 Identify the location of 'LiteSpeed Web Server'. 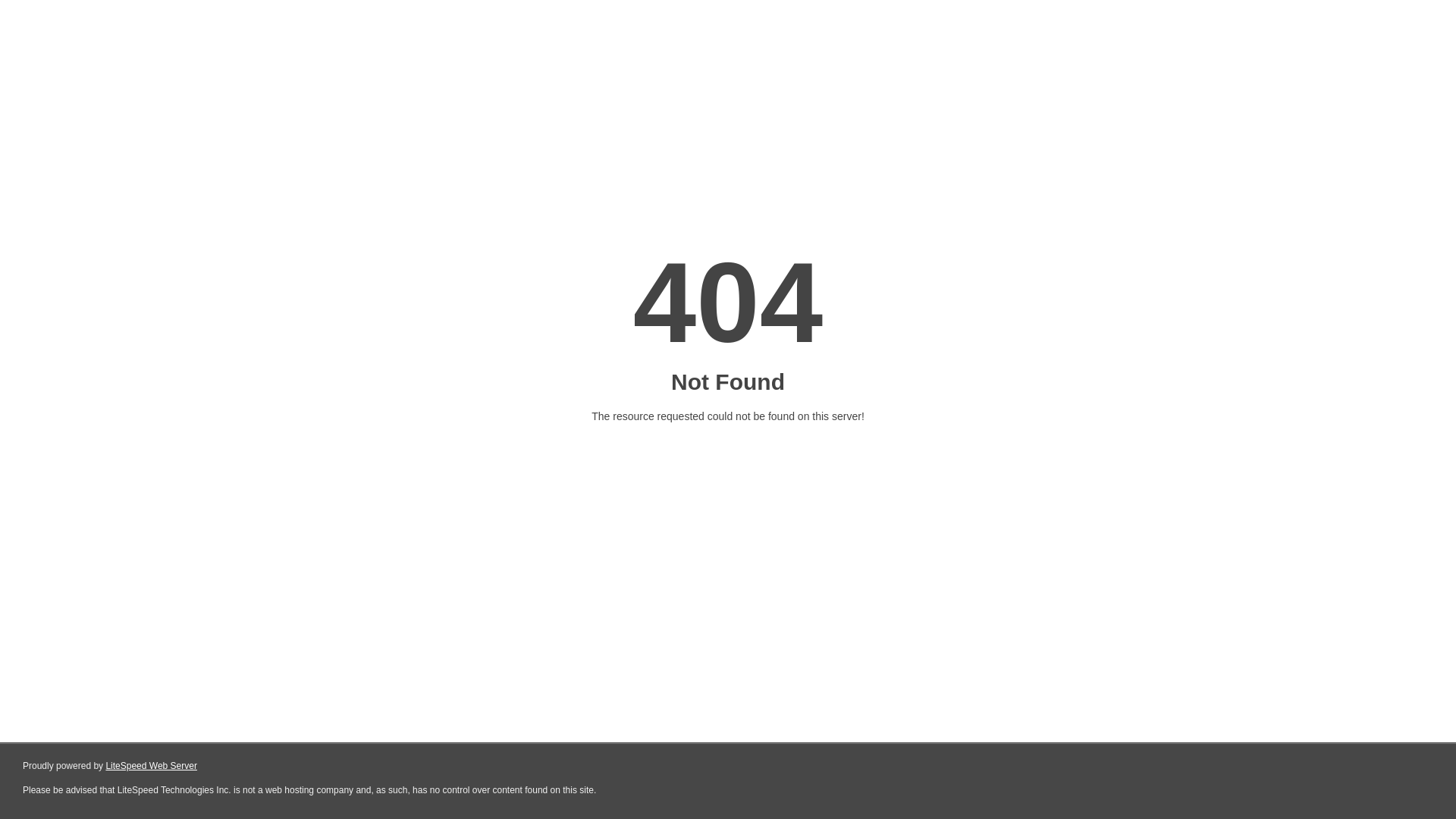
(151, 766).